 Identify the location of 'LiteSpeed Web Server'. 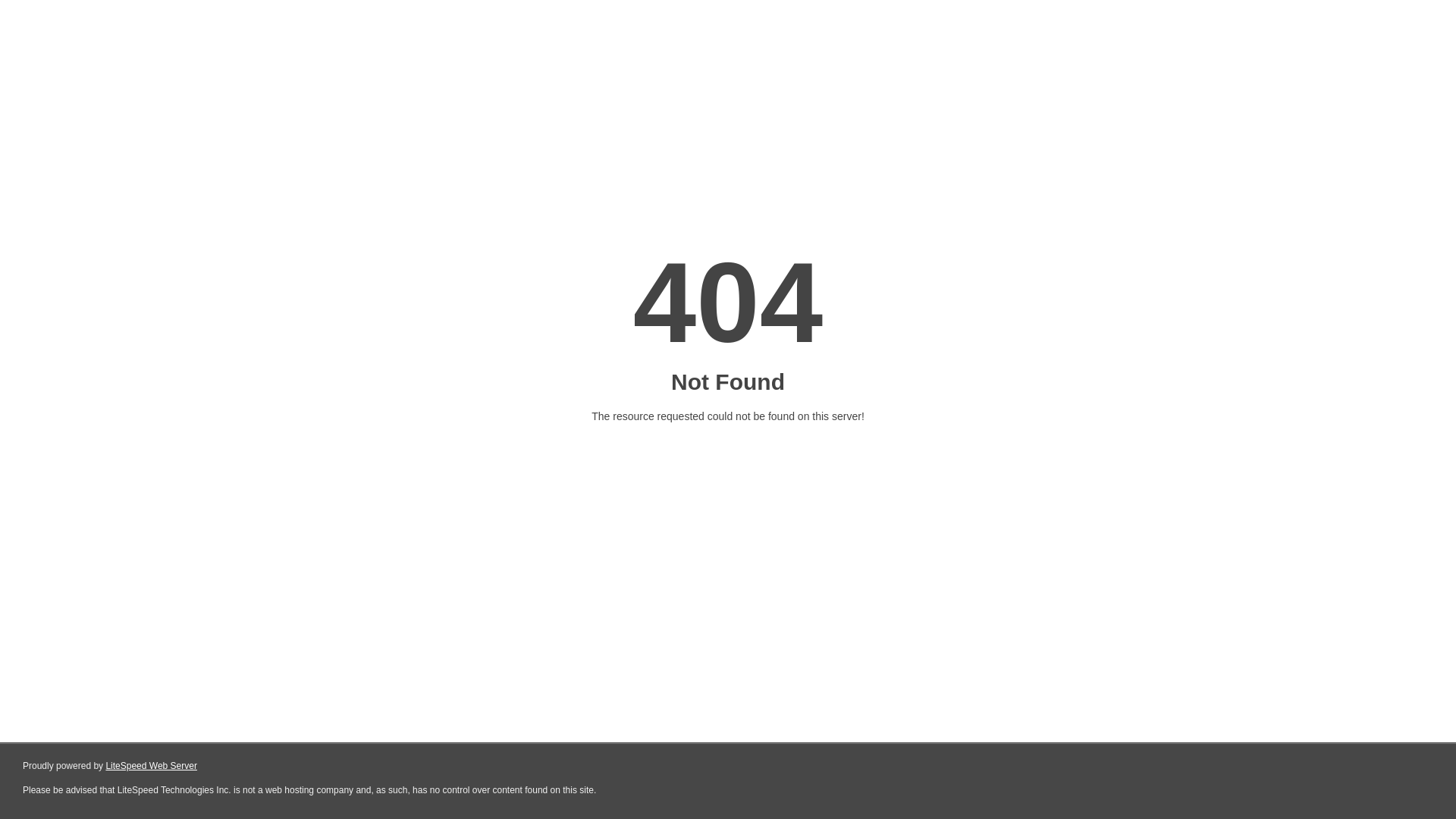
(151, 766).